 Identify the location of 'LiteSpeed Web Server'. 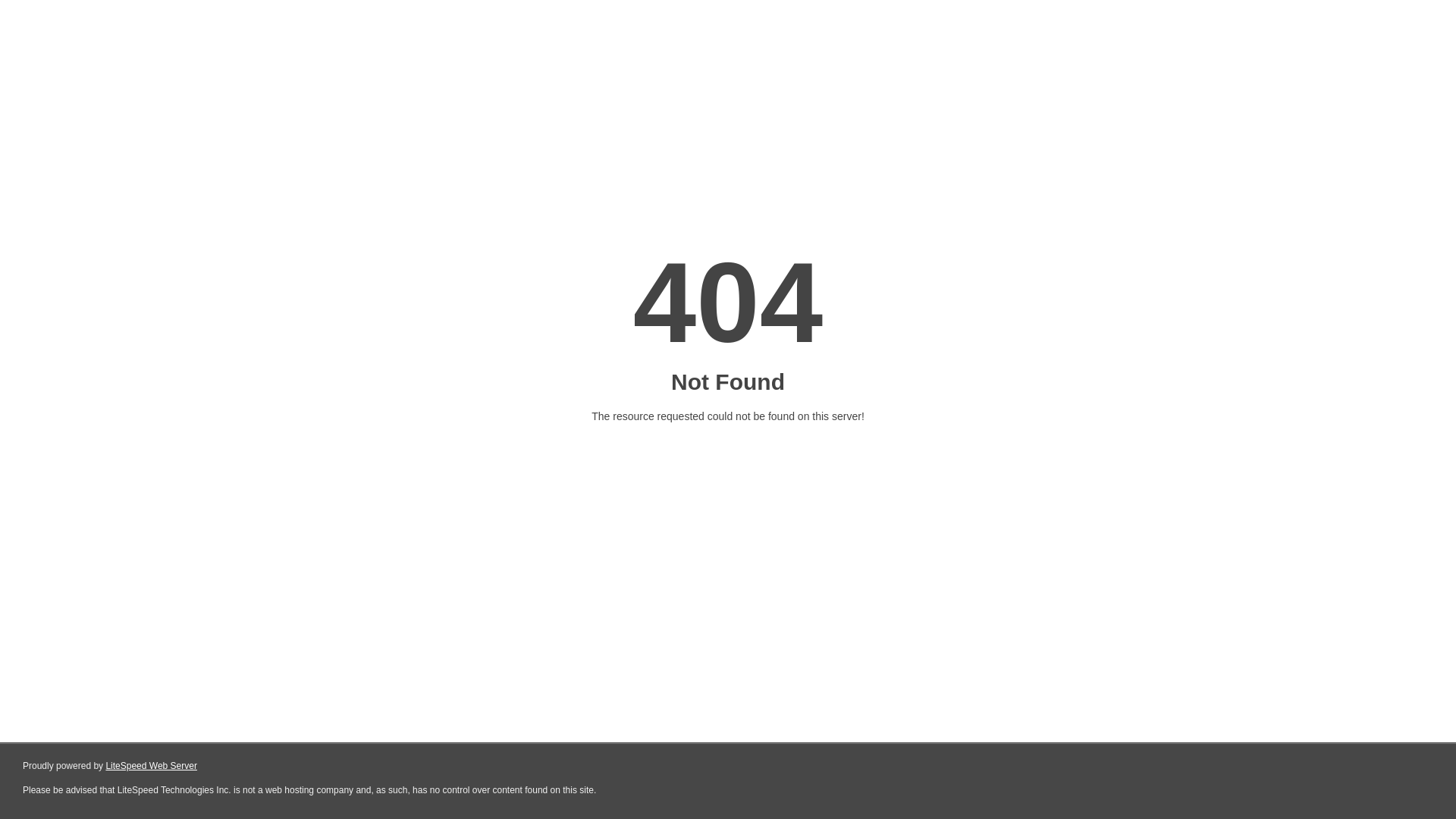
(151, 766).